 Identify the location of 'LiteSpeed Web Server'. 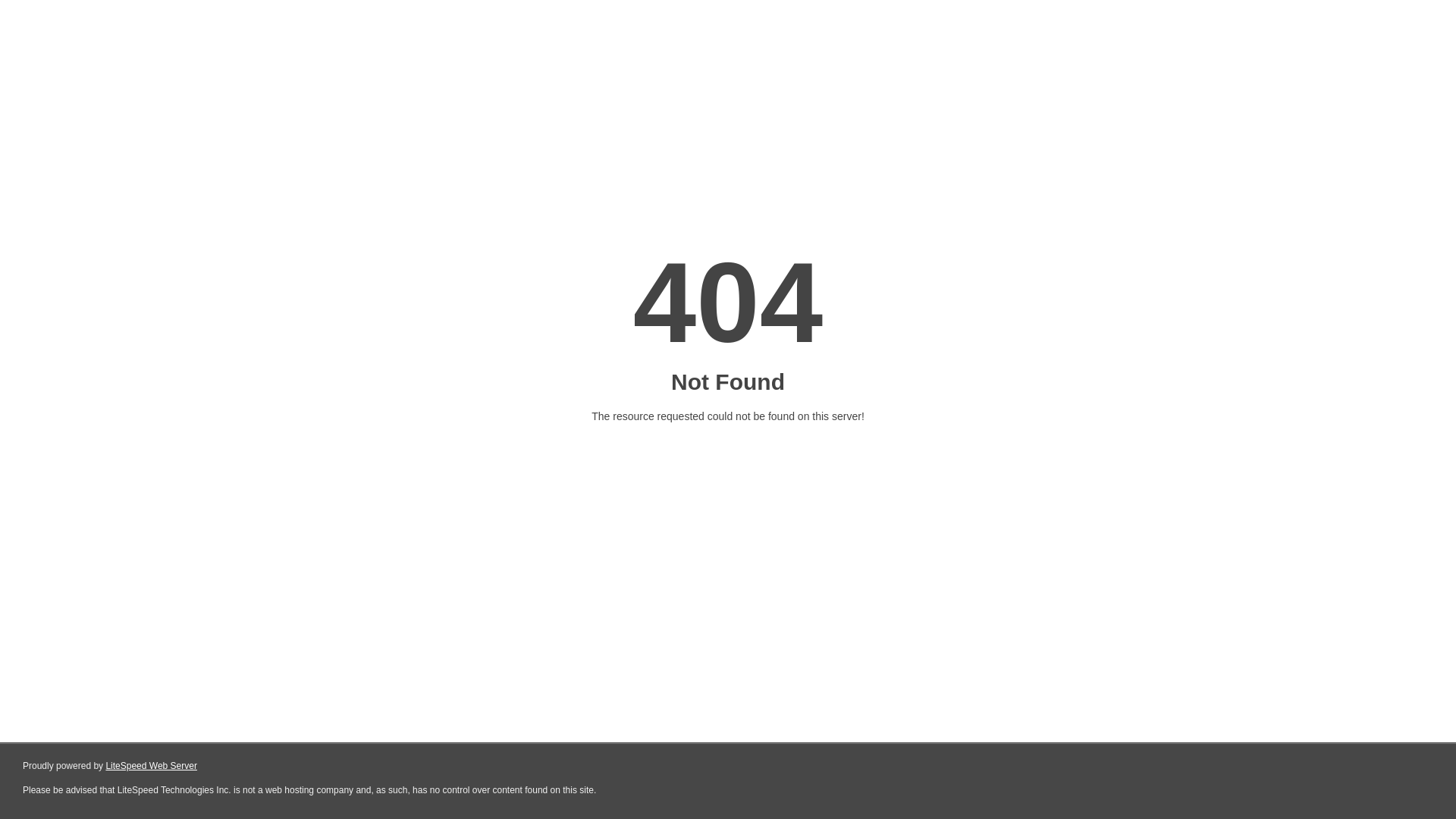
(151, 766).